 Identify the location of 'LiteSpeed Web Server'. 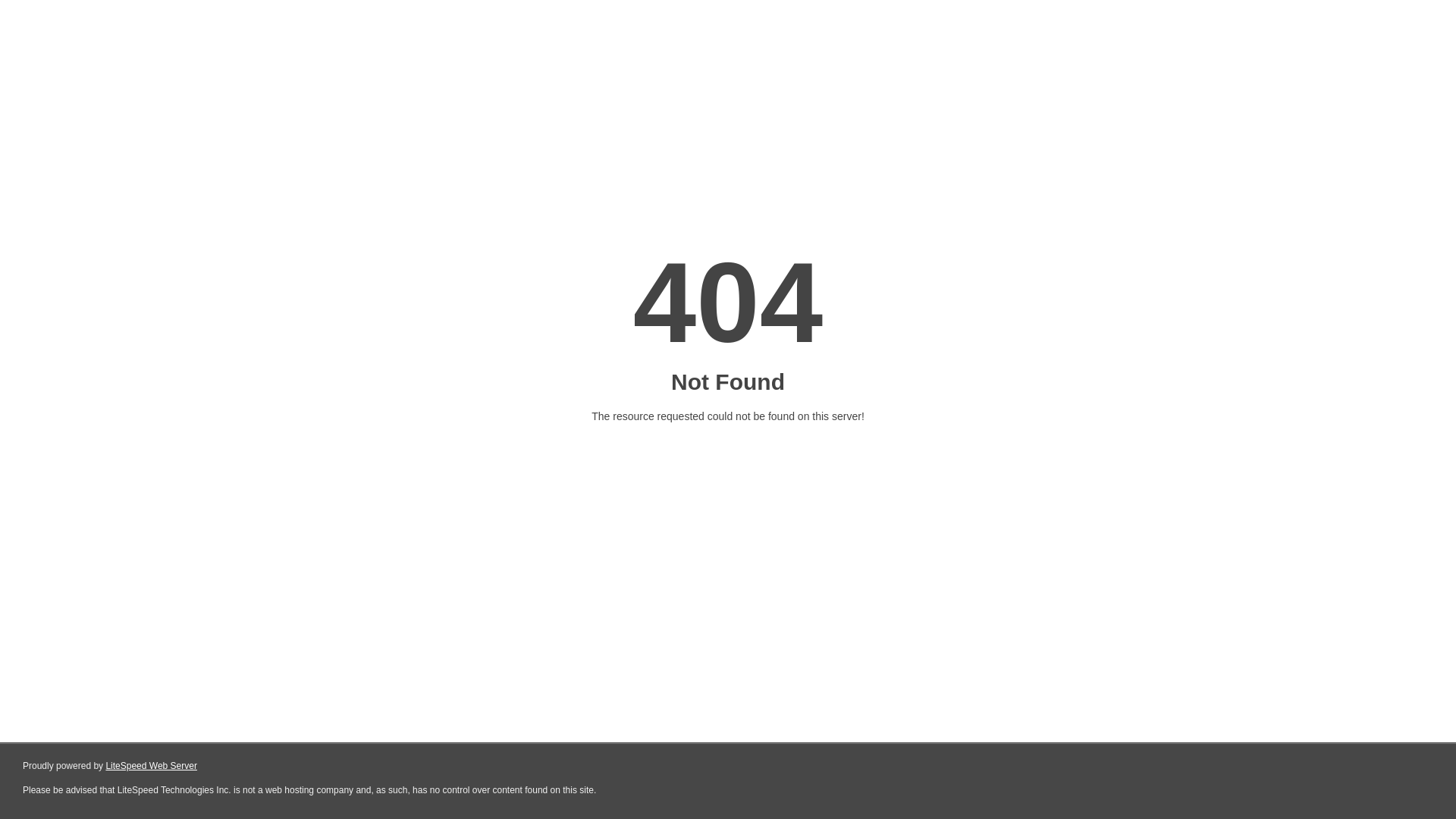
(151, 766).